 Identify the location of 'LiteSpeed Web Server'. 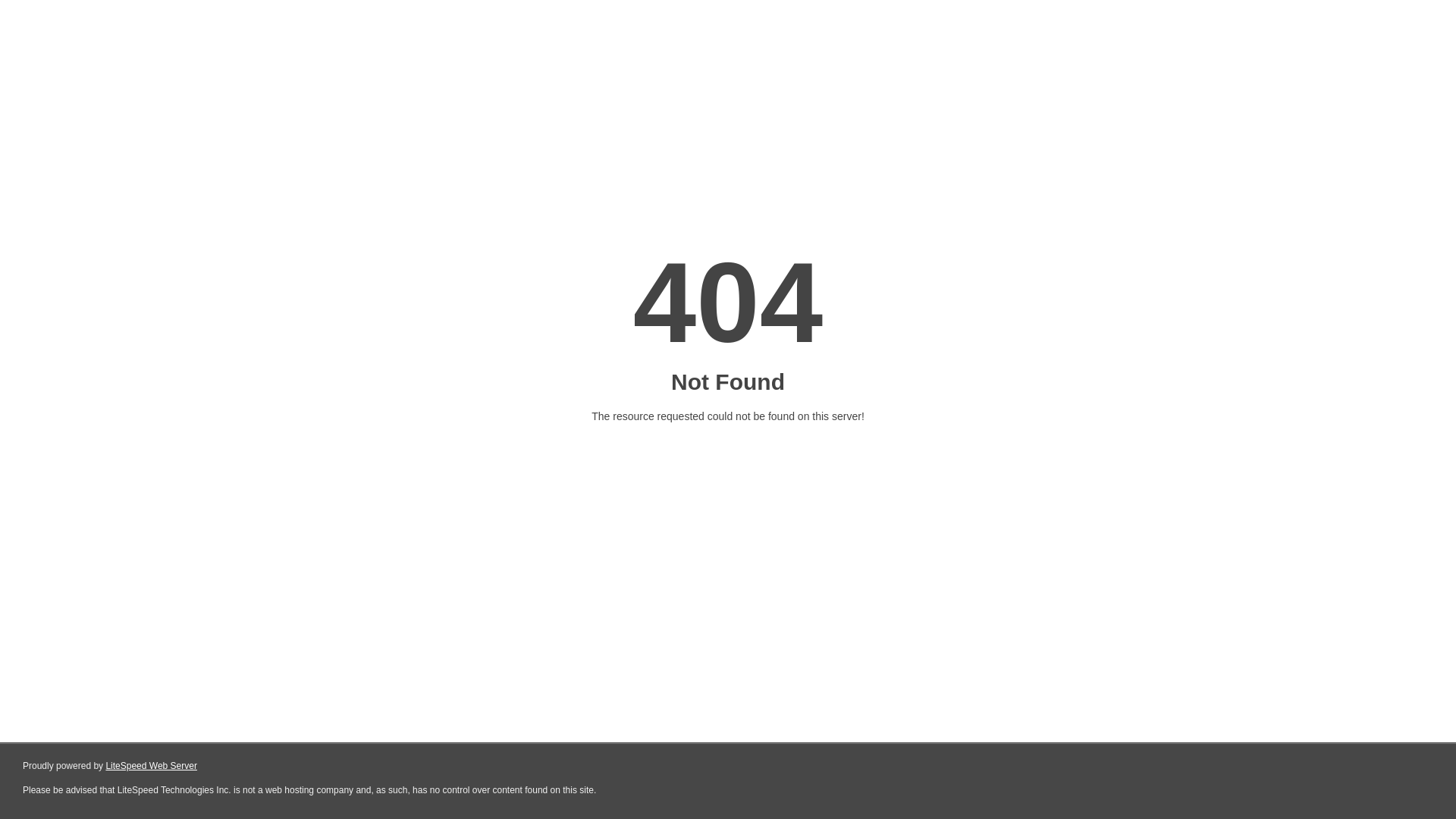
(151, 766).